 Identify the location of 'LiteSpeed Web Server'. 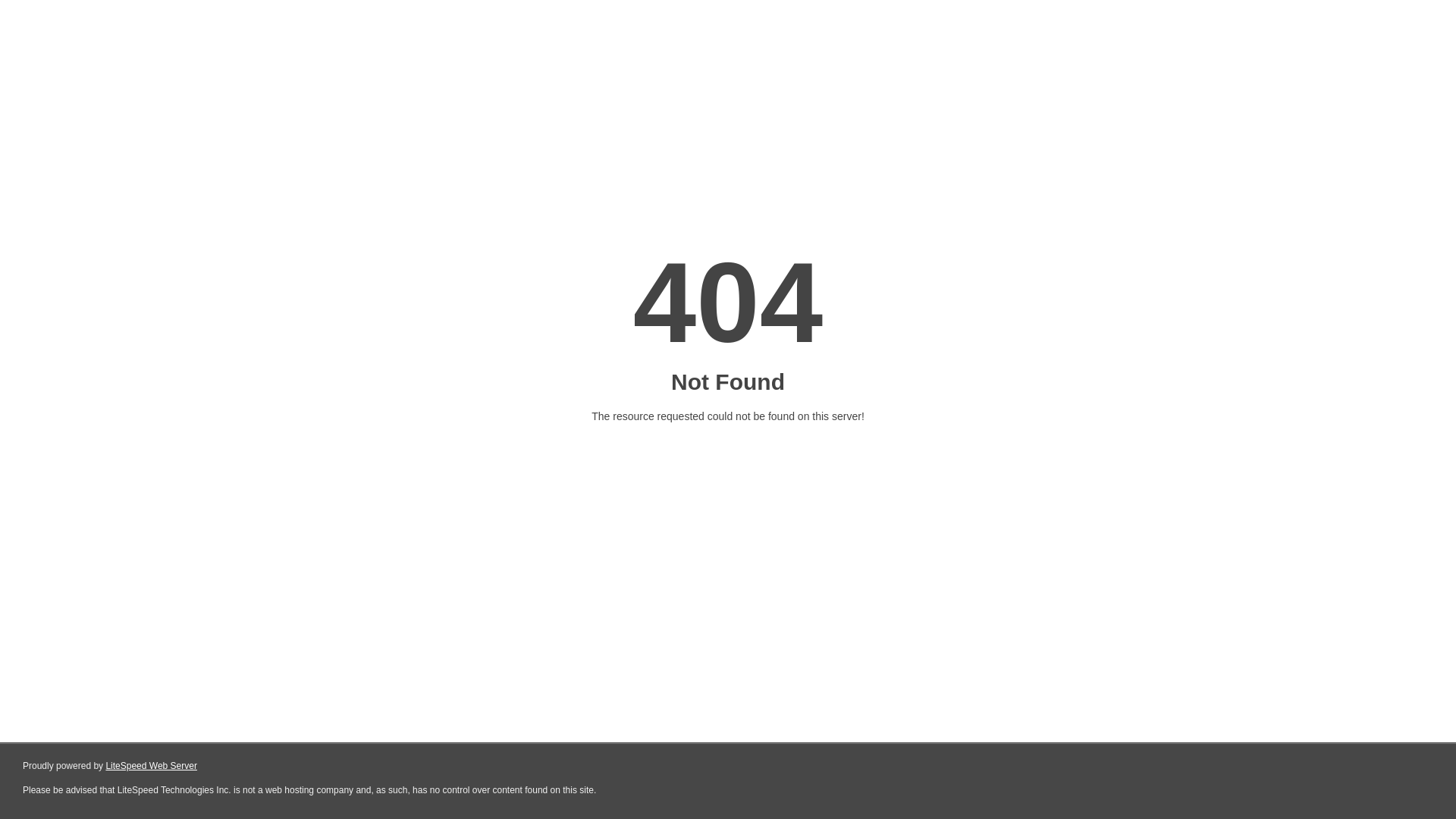
(151, 766).